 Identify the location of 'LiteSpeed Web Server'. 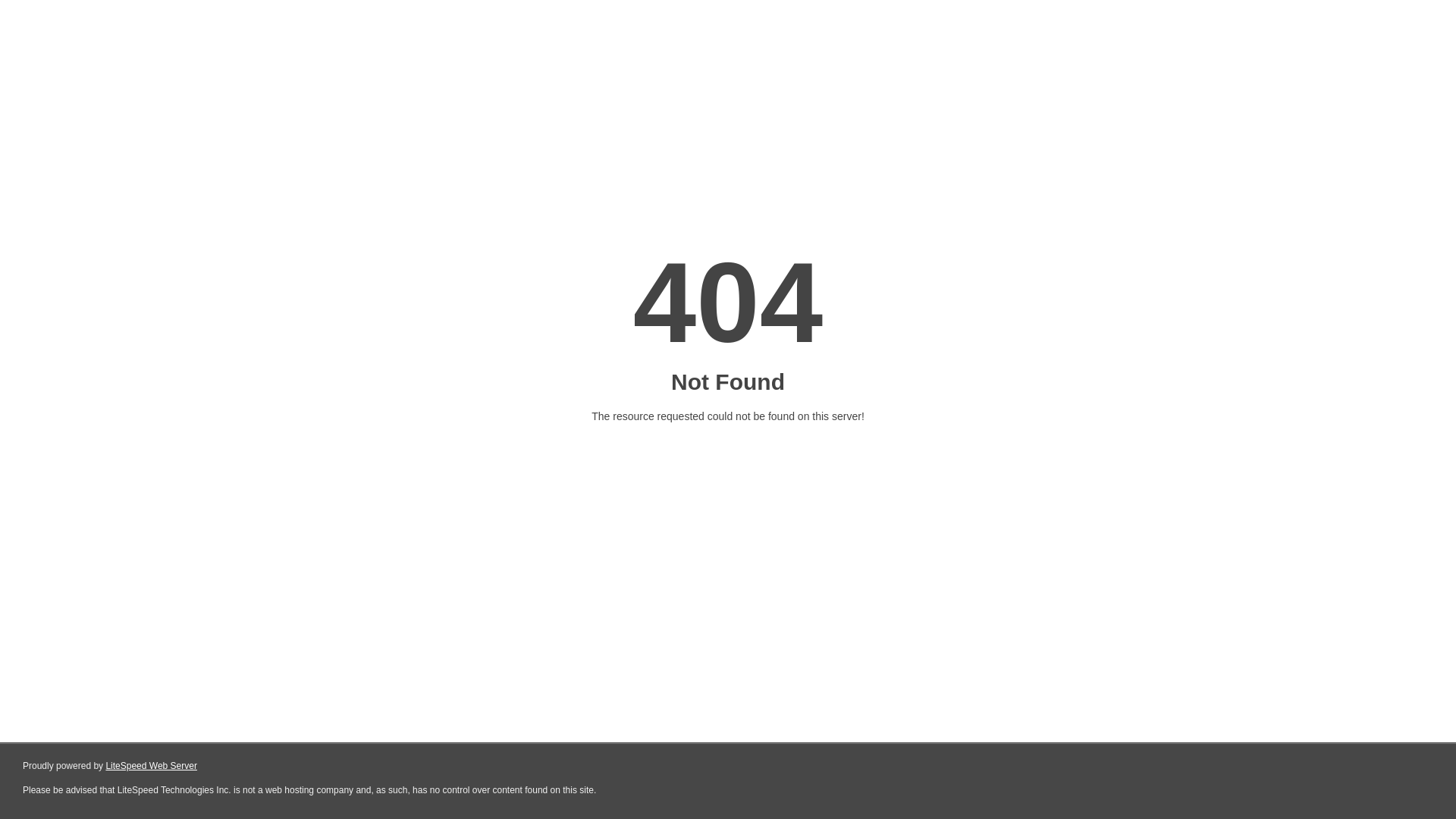
(151, 766).